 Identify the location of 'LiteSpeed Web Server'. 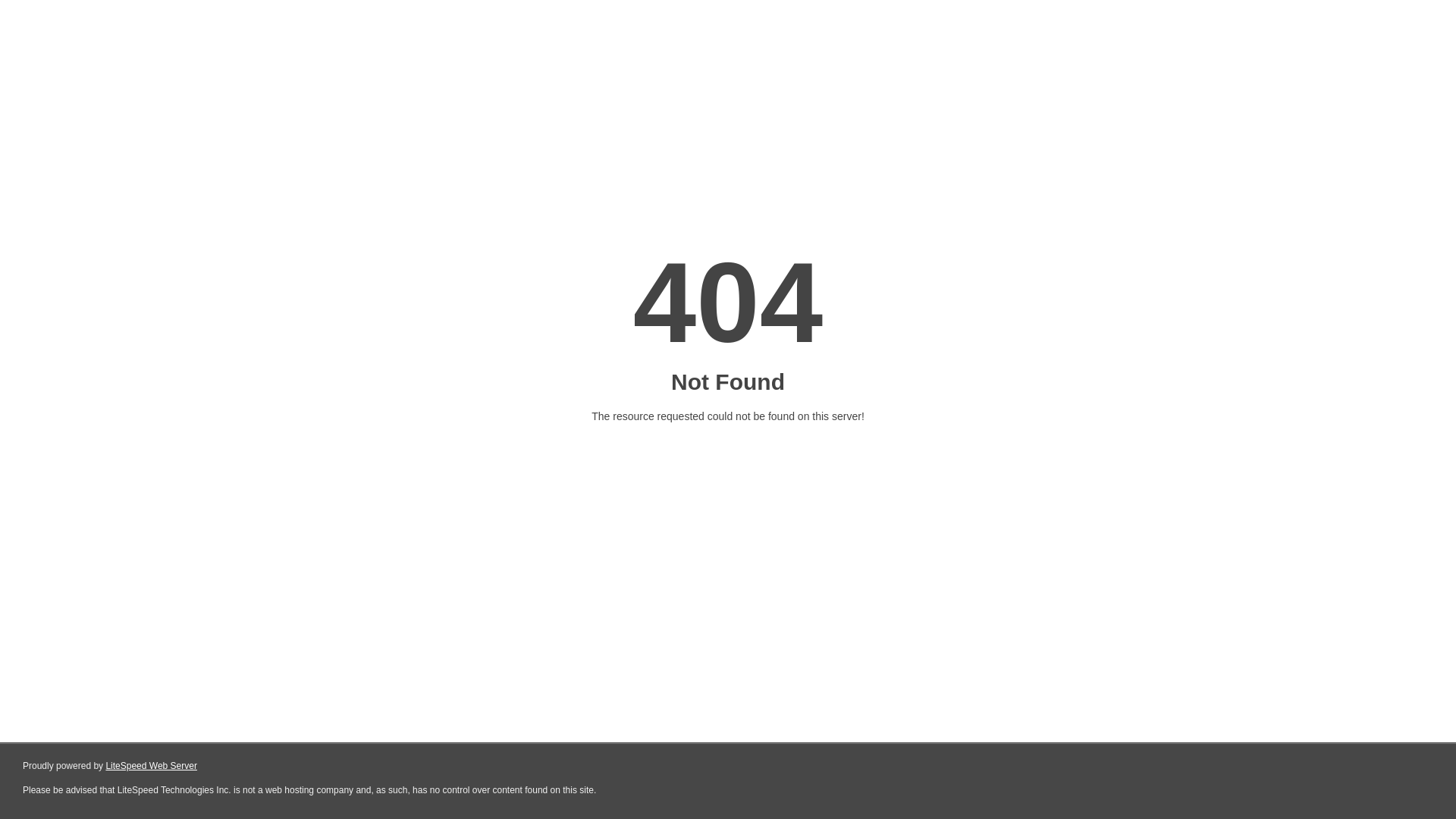
(151, 766).